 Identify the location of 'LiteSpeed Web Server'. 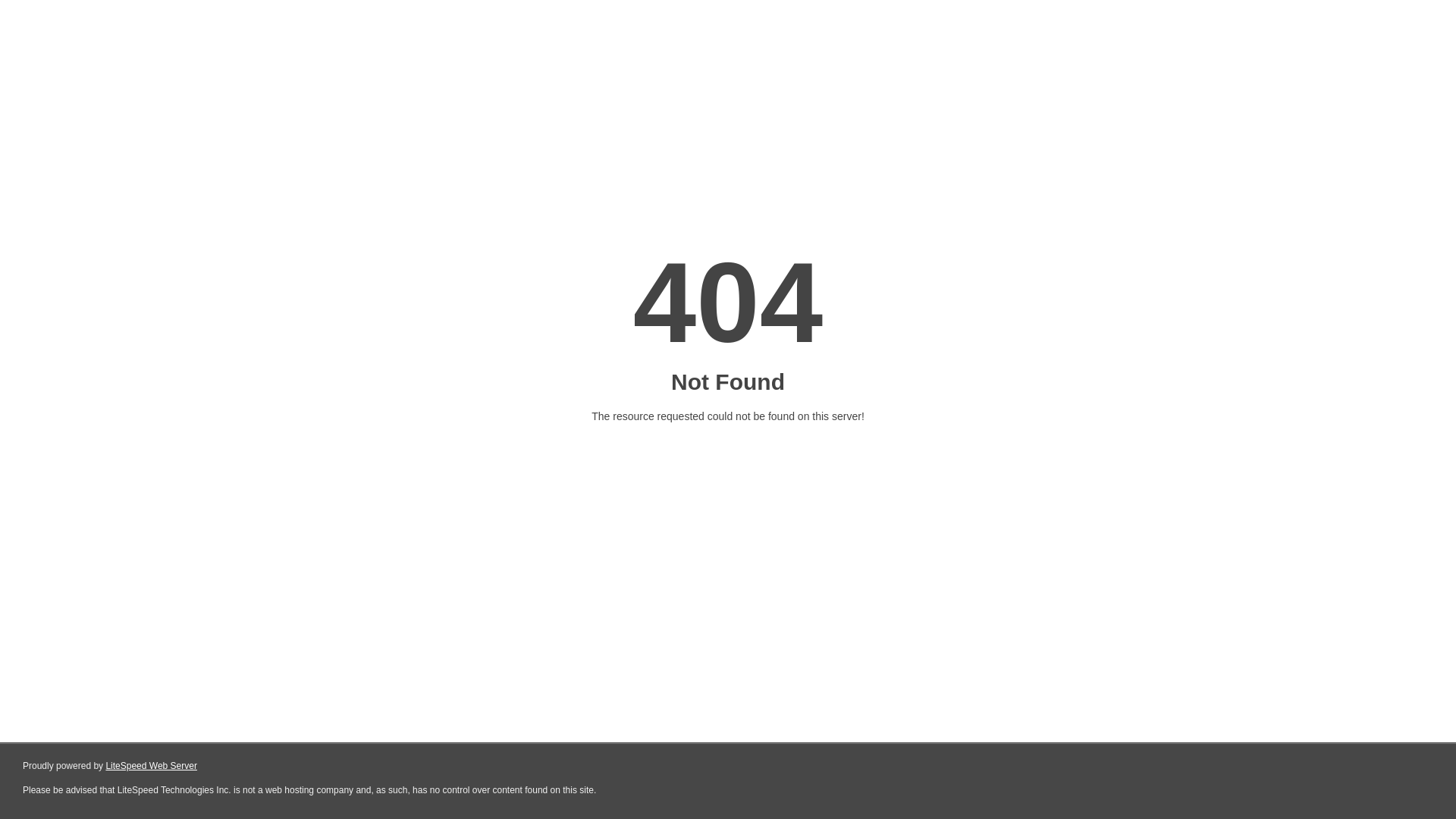
(151, 766).